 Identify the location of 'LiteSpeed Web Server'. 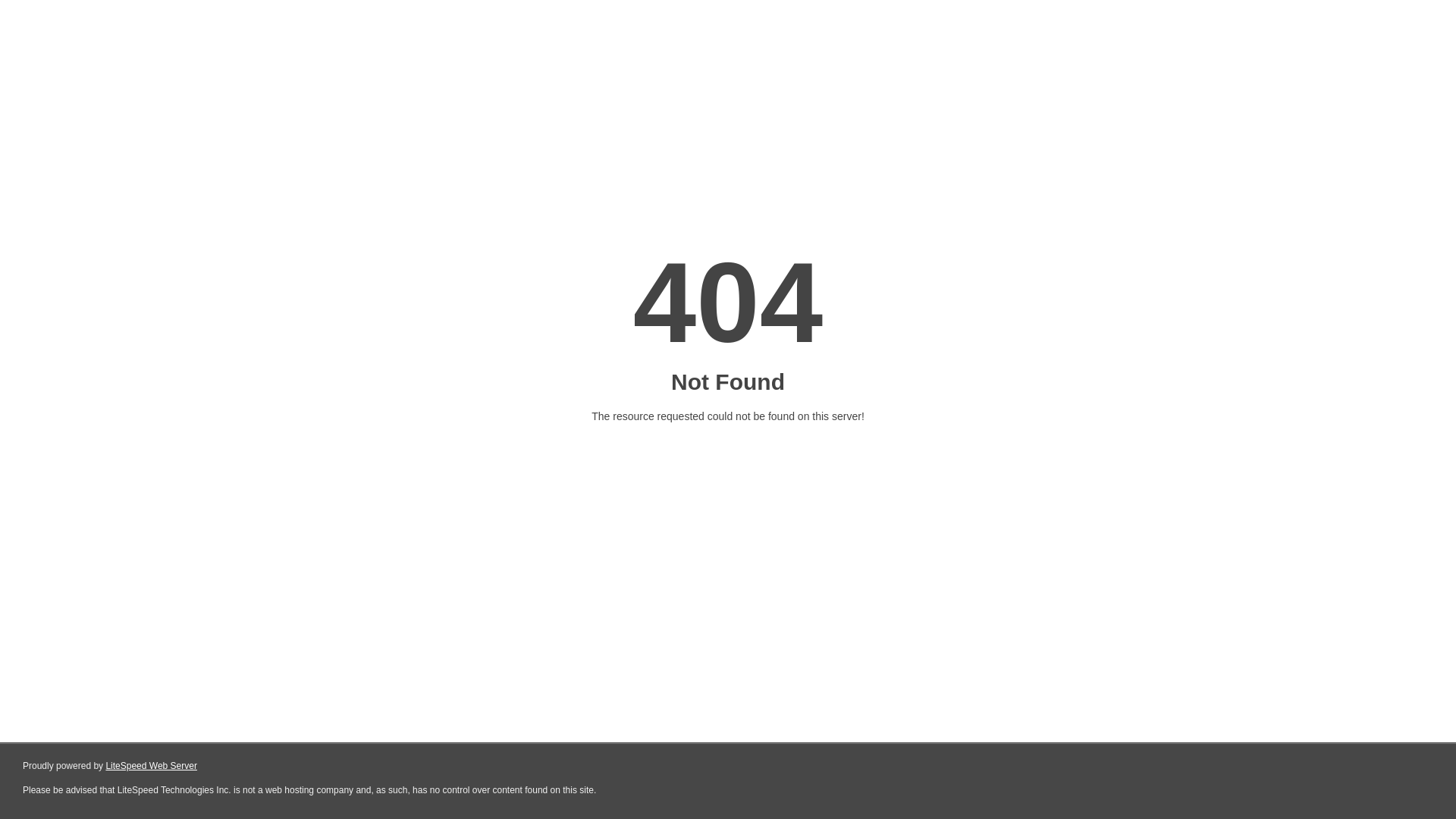
(151, 766).